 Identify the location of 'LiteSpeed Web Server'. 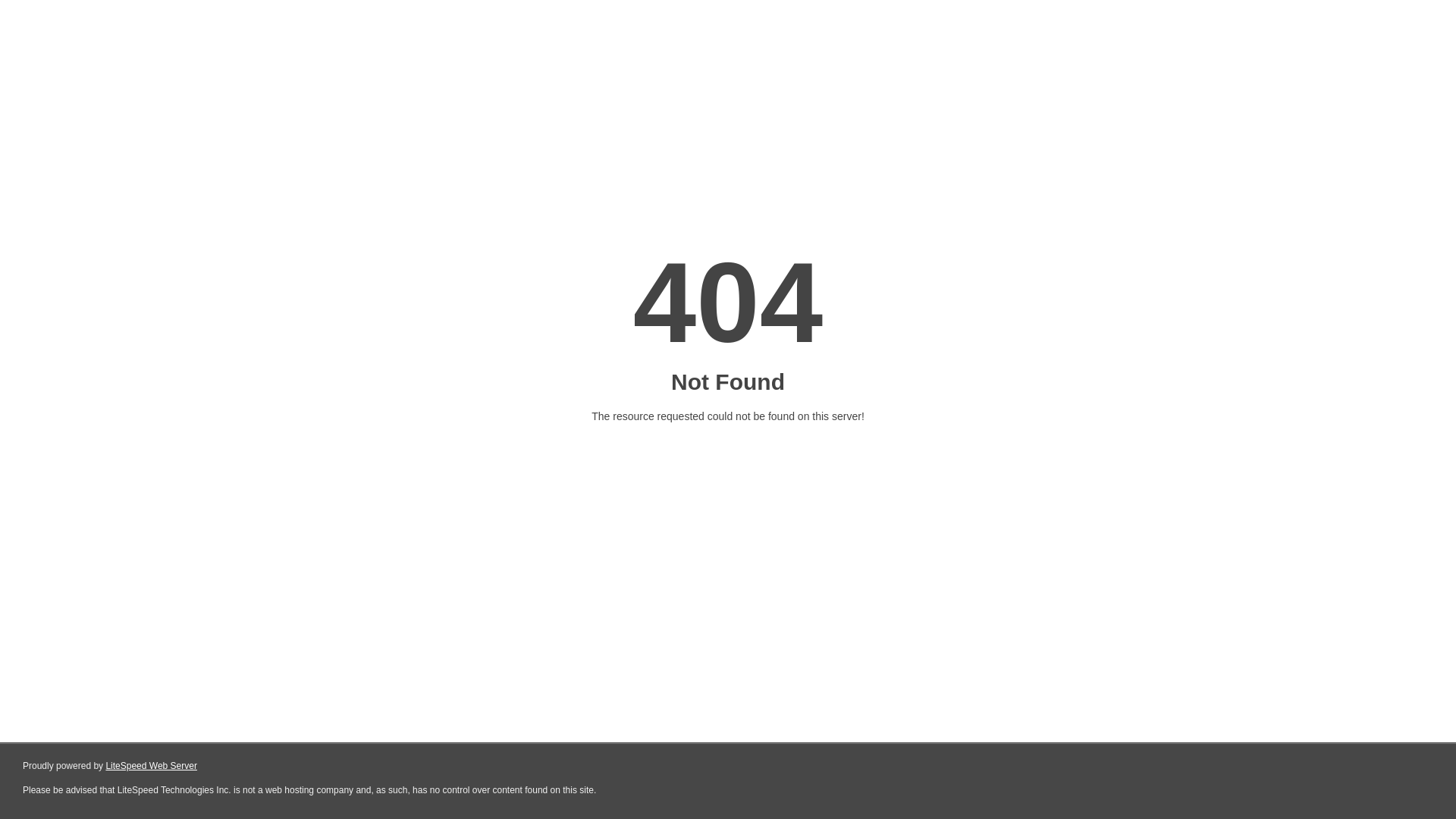
(151, 766).